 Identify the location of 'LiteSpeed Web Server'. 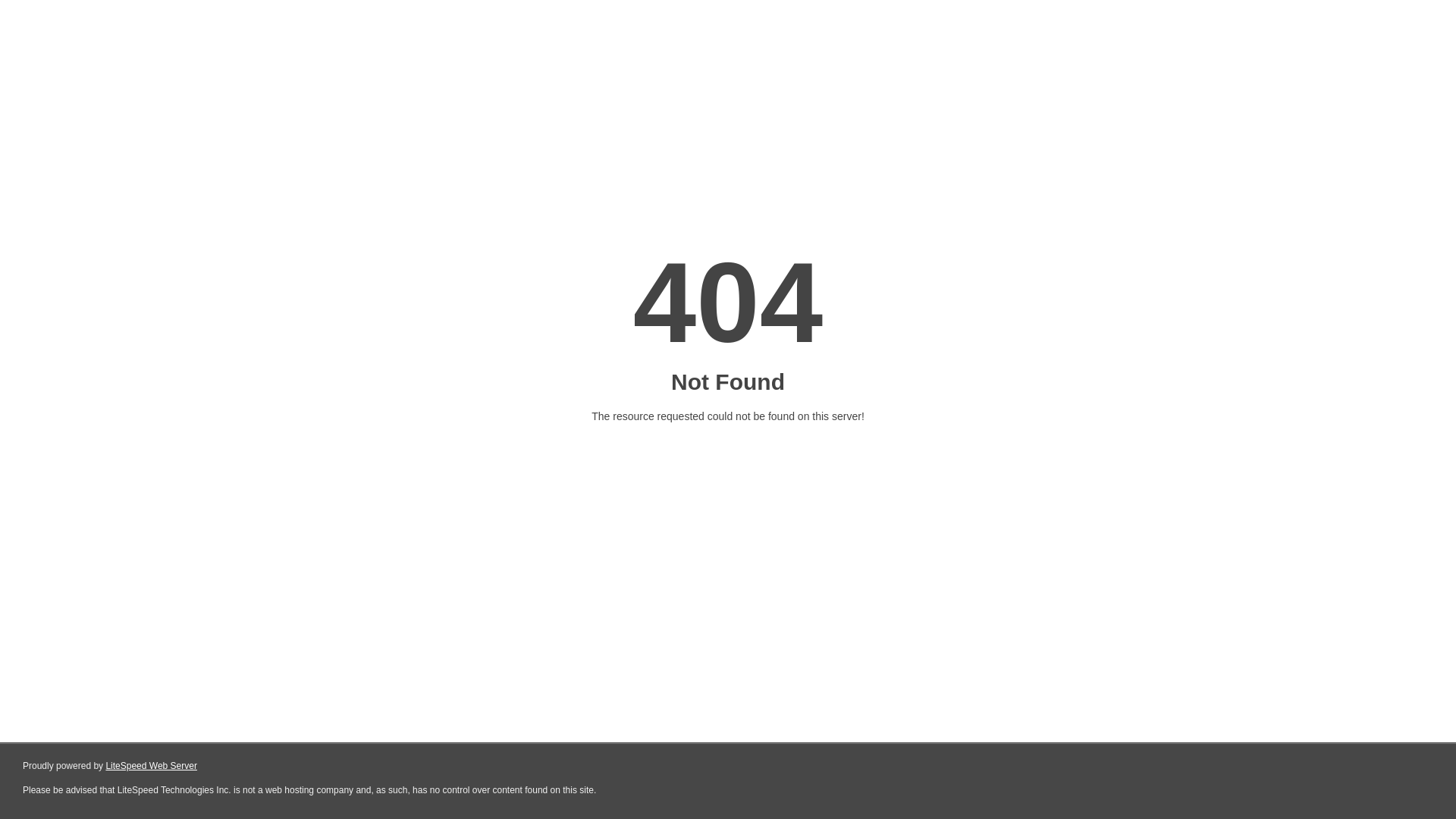
(151, 766).